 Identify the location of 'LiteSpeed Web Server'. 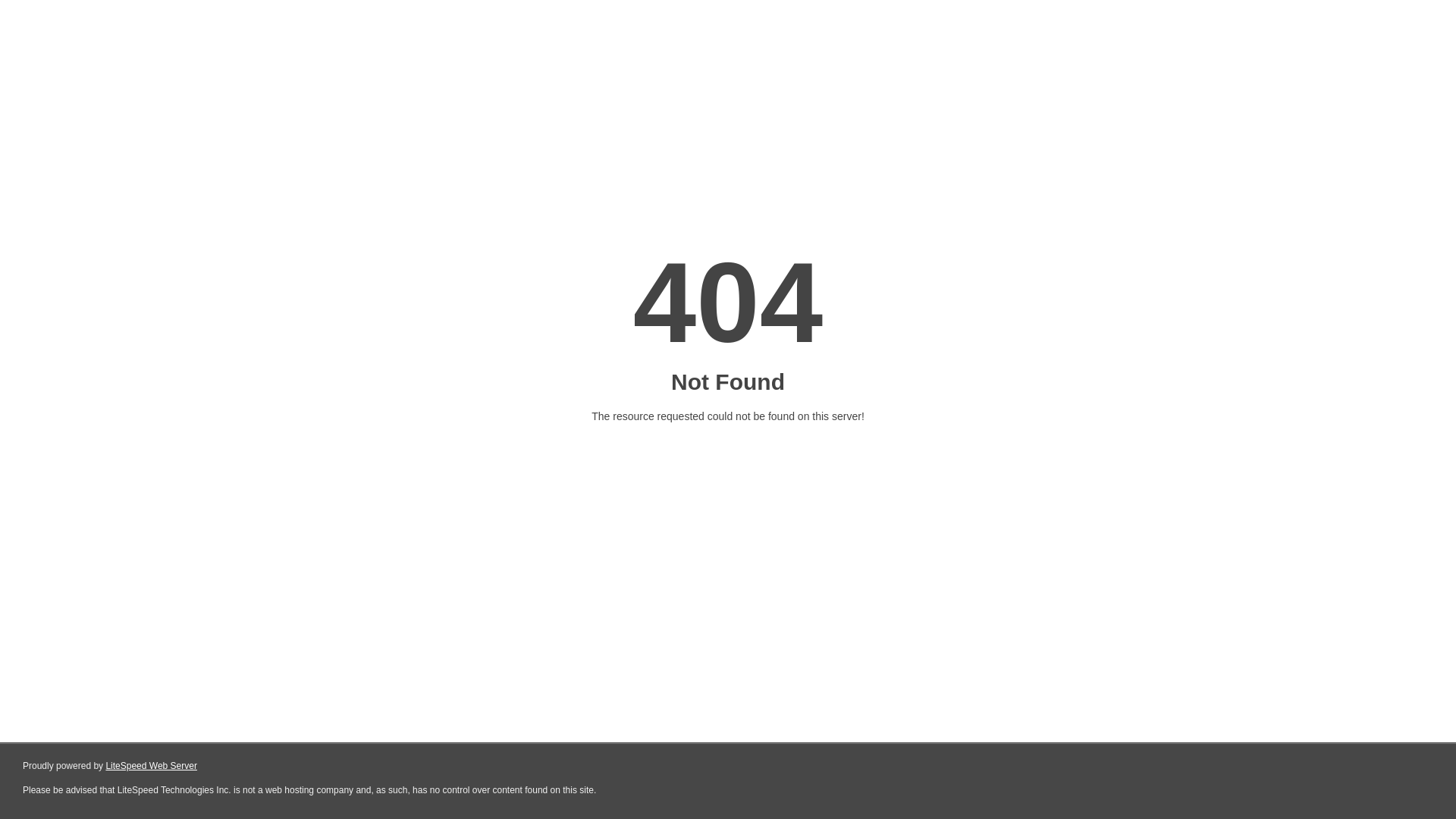
(151, 766).